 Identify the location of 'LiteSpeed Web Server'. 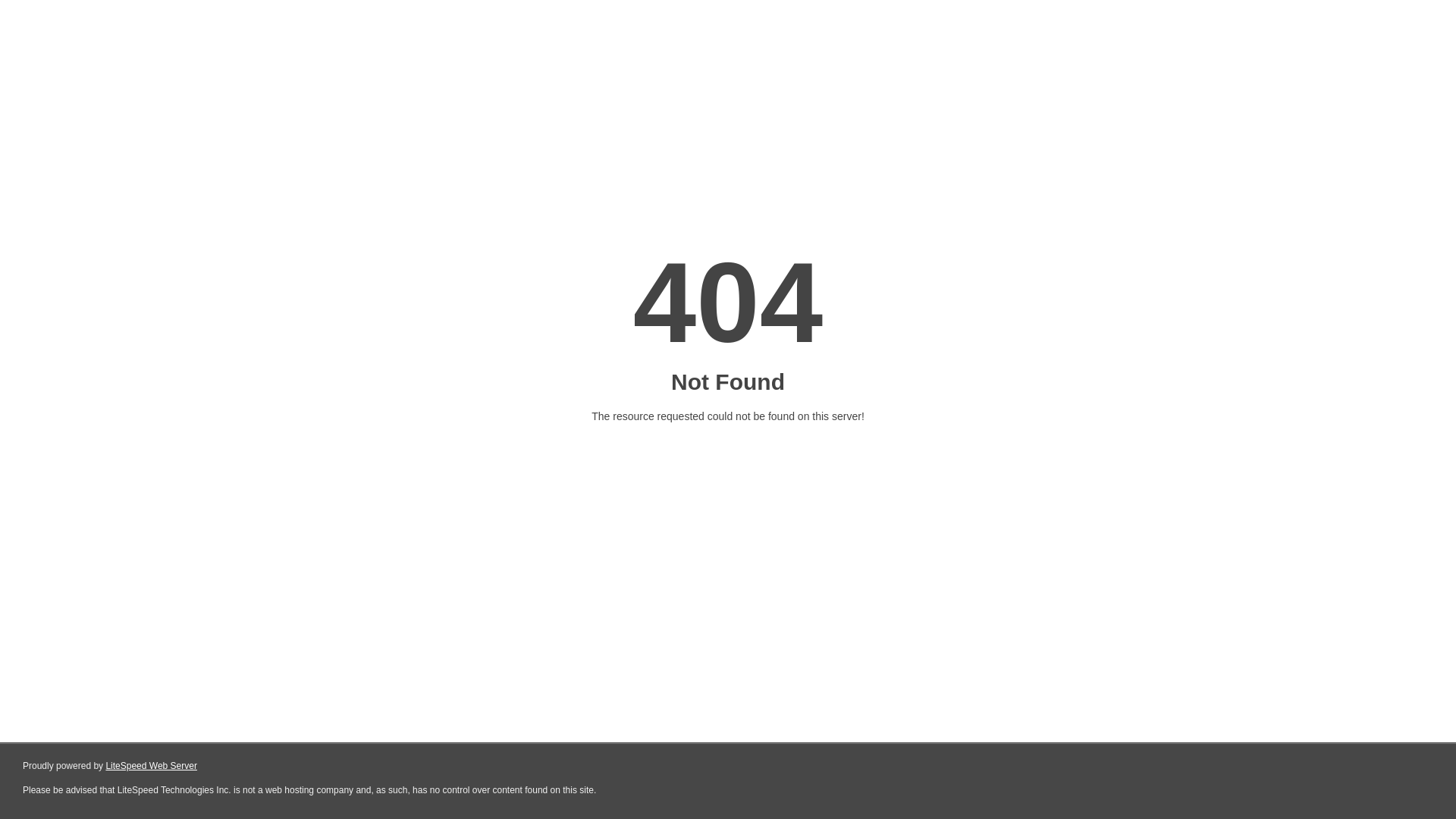
(151, 766).